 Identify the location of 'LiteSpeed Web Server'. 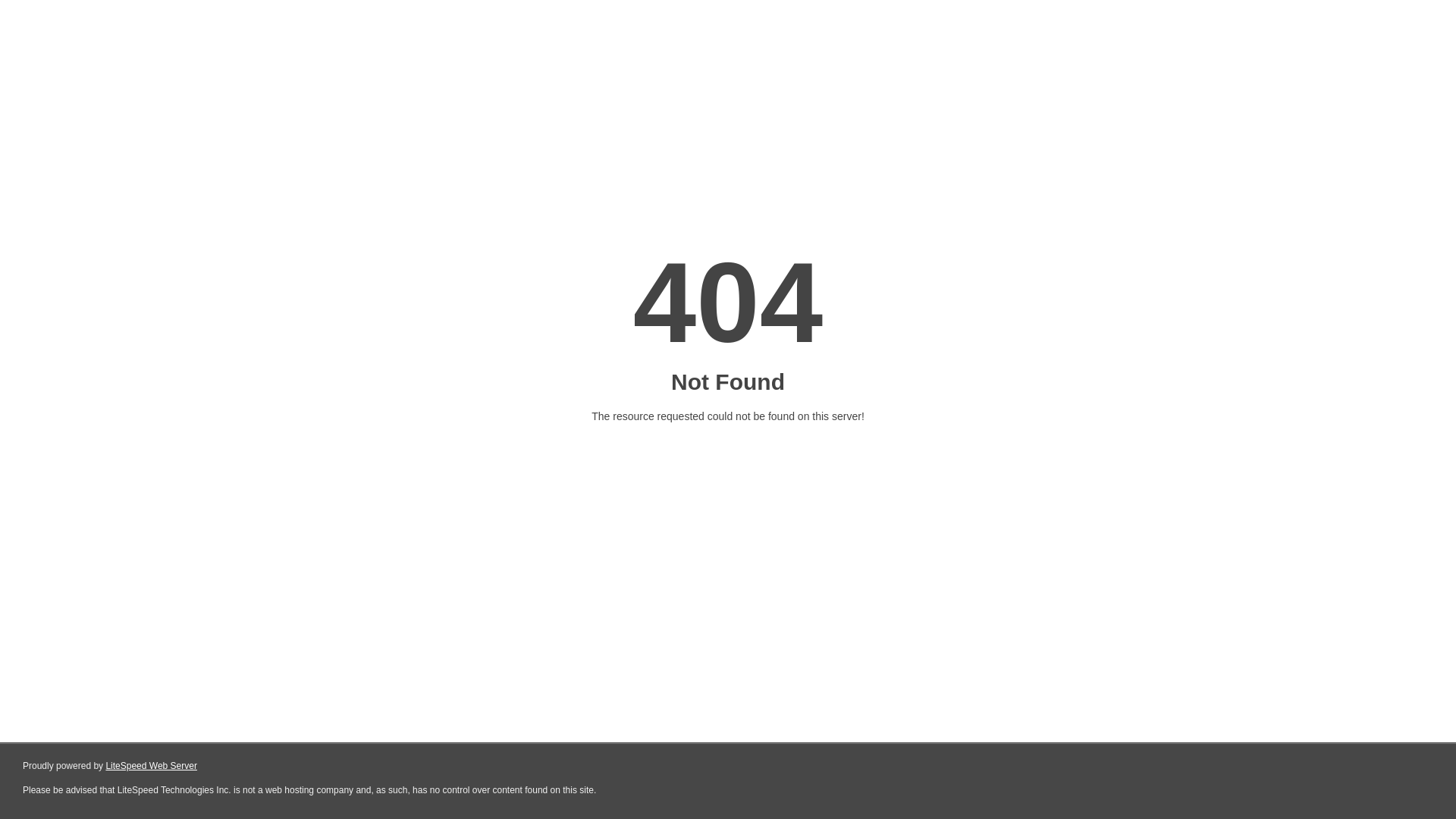
(151, 766).